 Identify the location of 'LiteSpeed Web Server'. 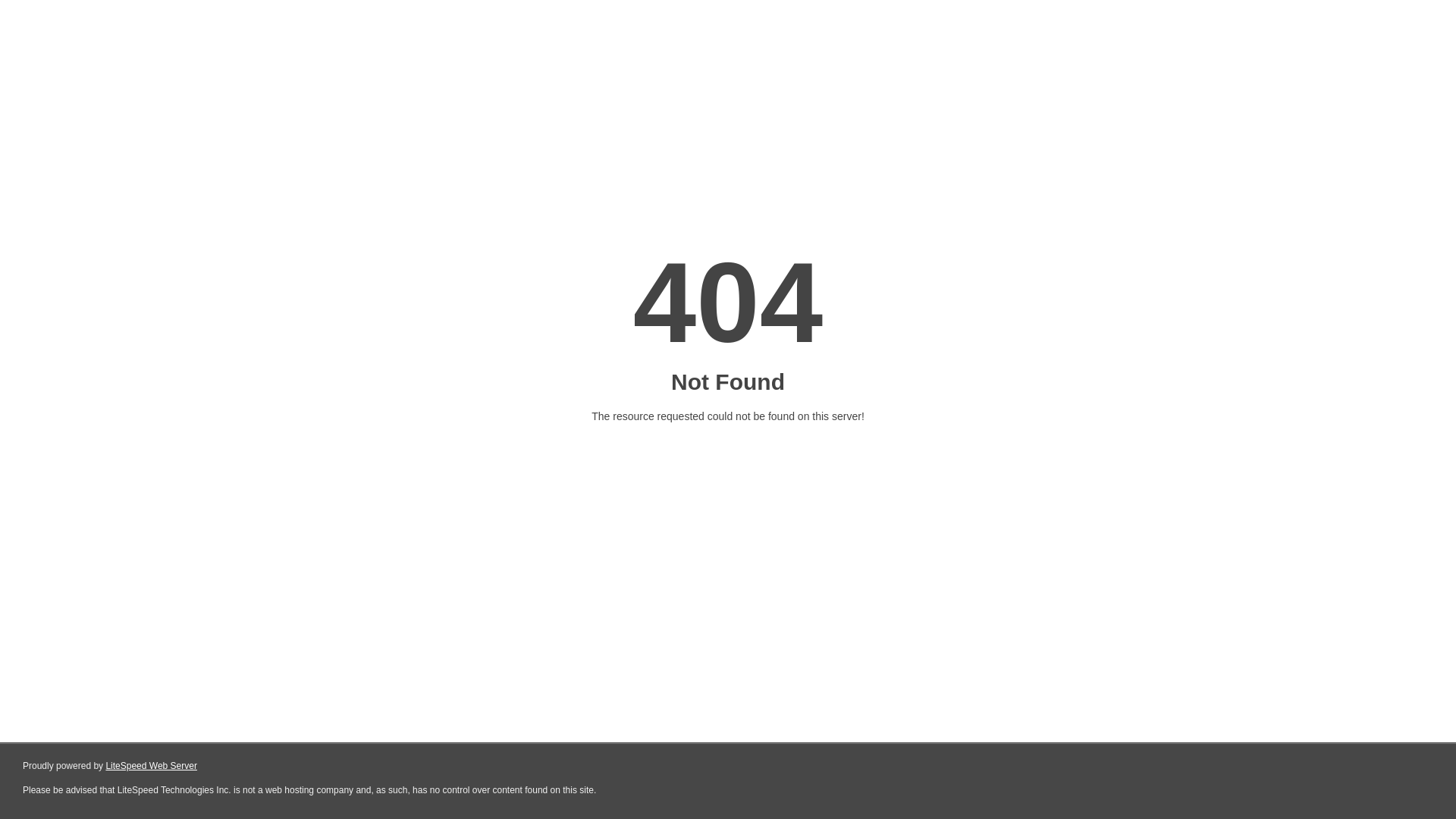
(151, 766).